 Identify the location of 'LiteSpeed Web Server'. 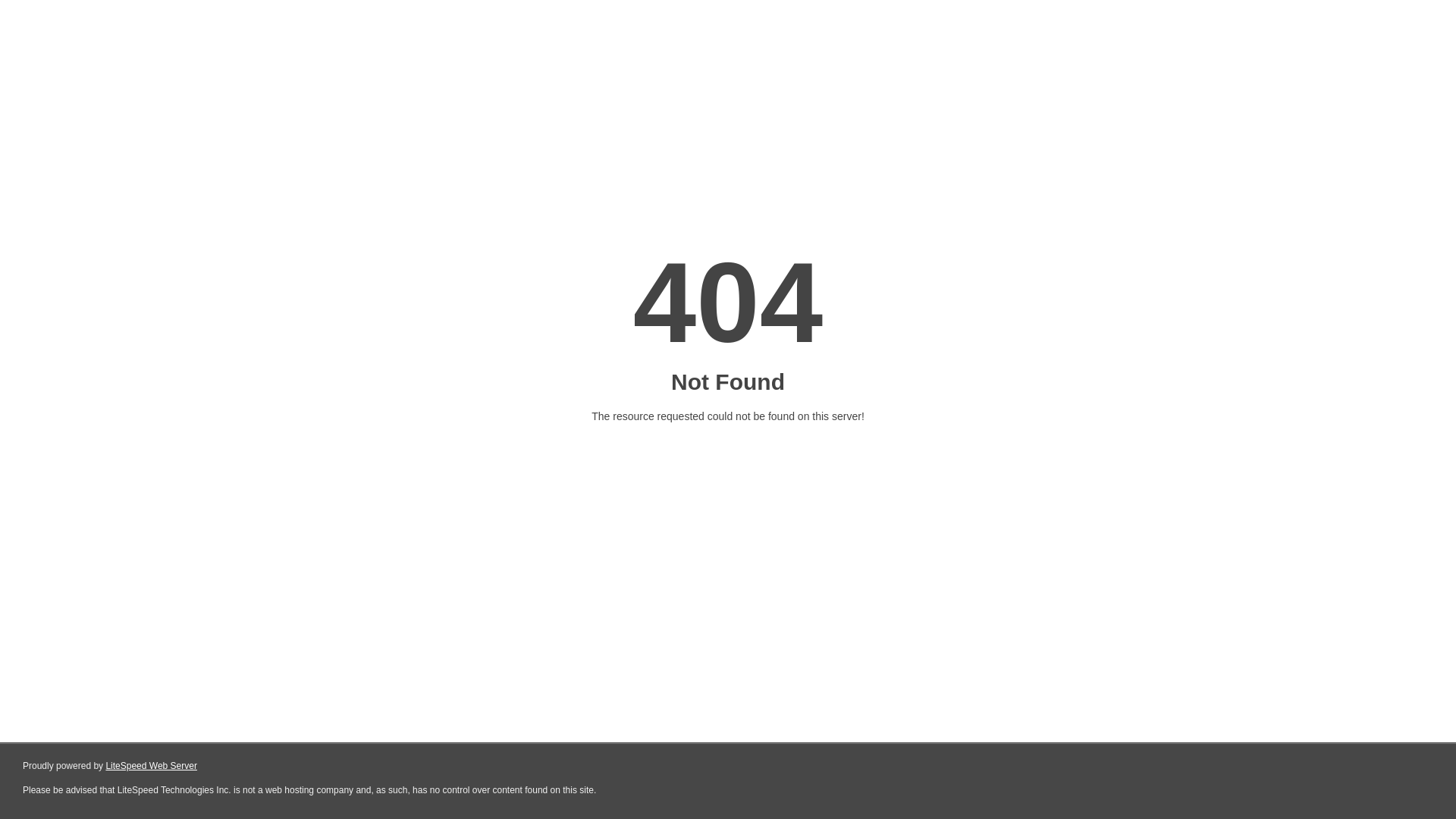
(151, 766).